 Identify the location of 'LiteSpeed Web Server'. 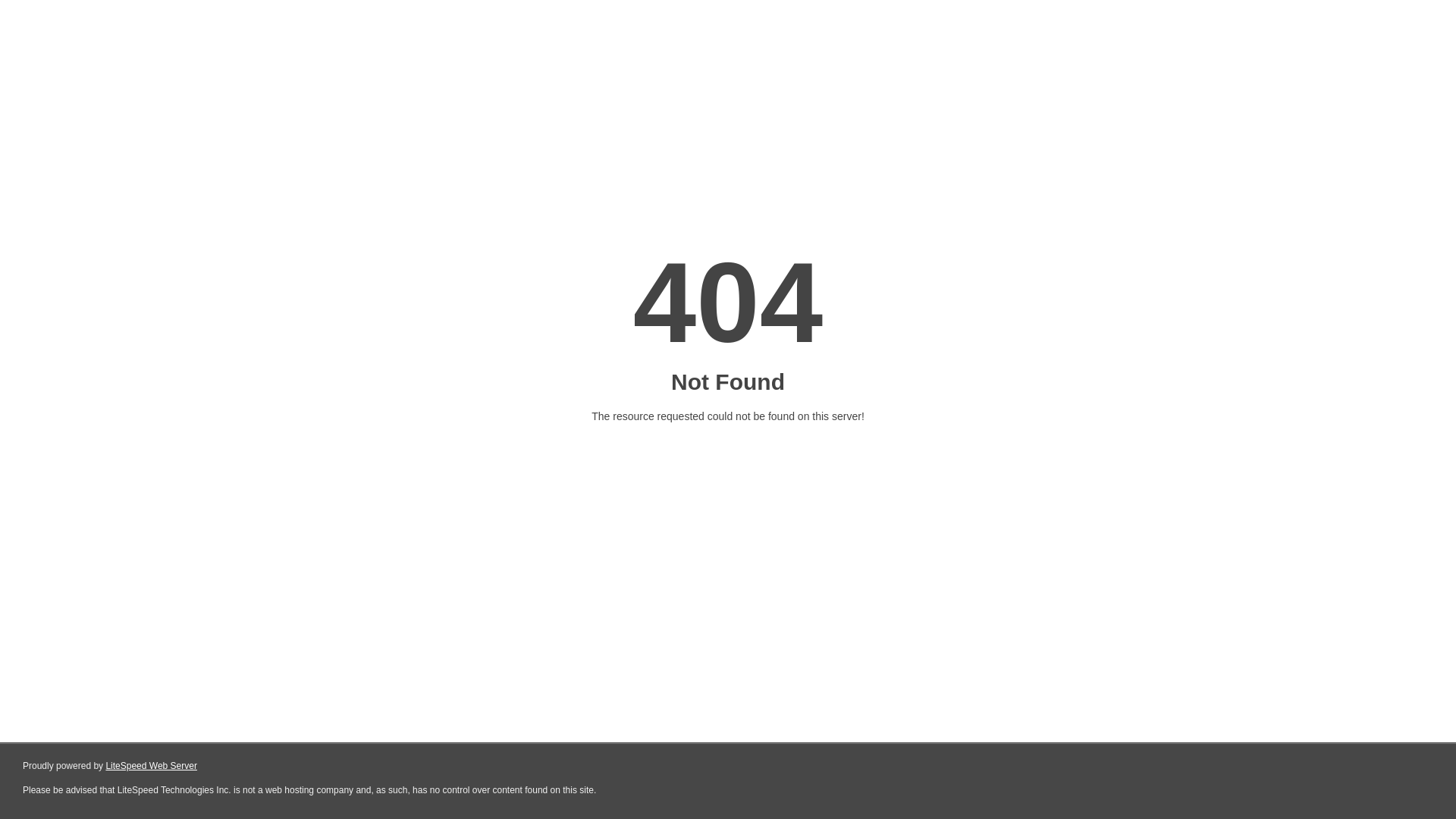
(151, 766).